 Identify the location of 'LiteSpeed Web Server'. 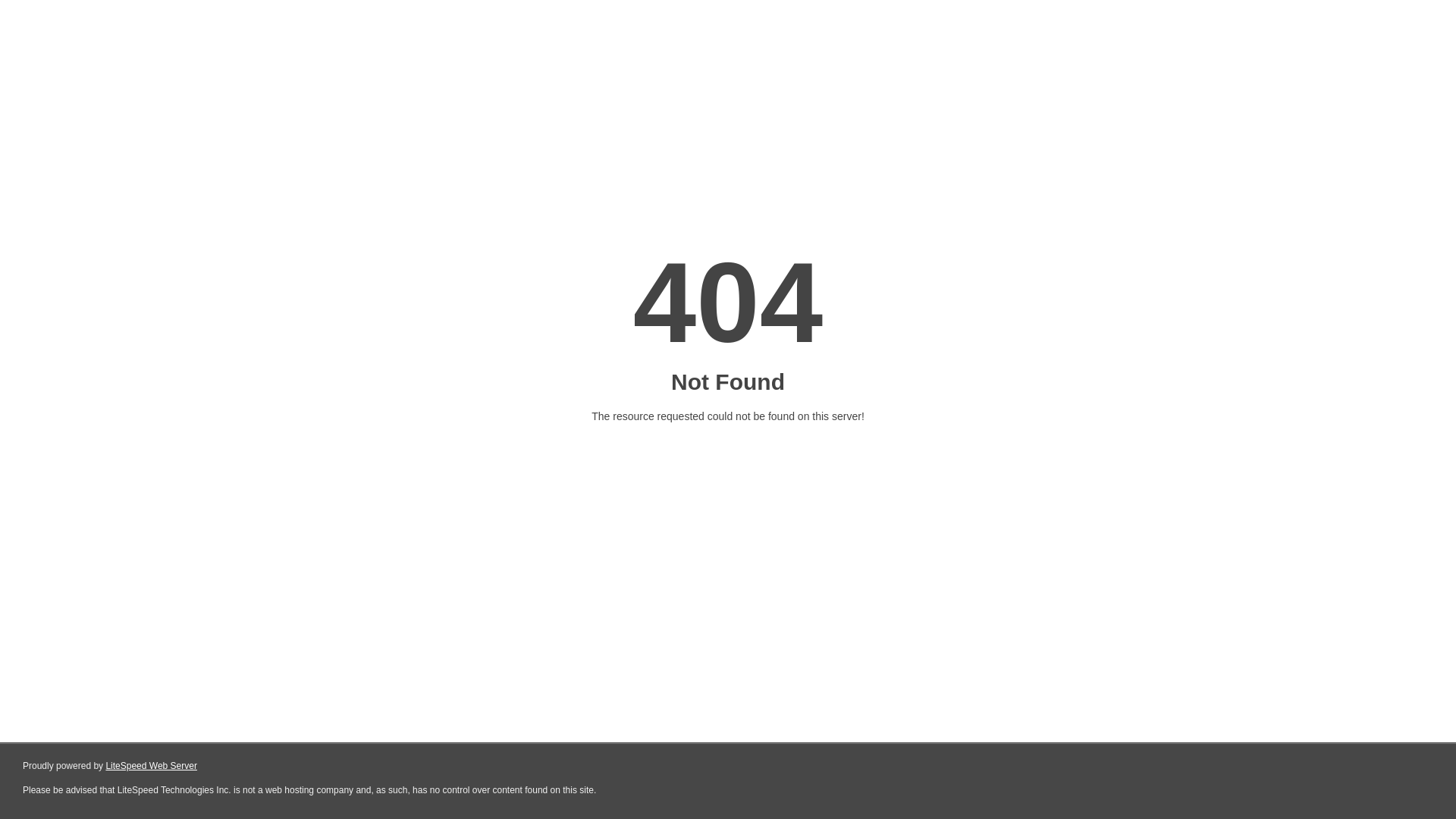
(151, 766).